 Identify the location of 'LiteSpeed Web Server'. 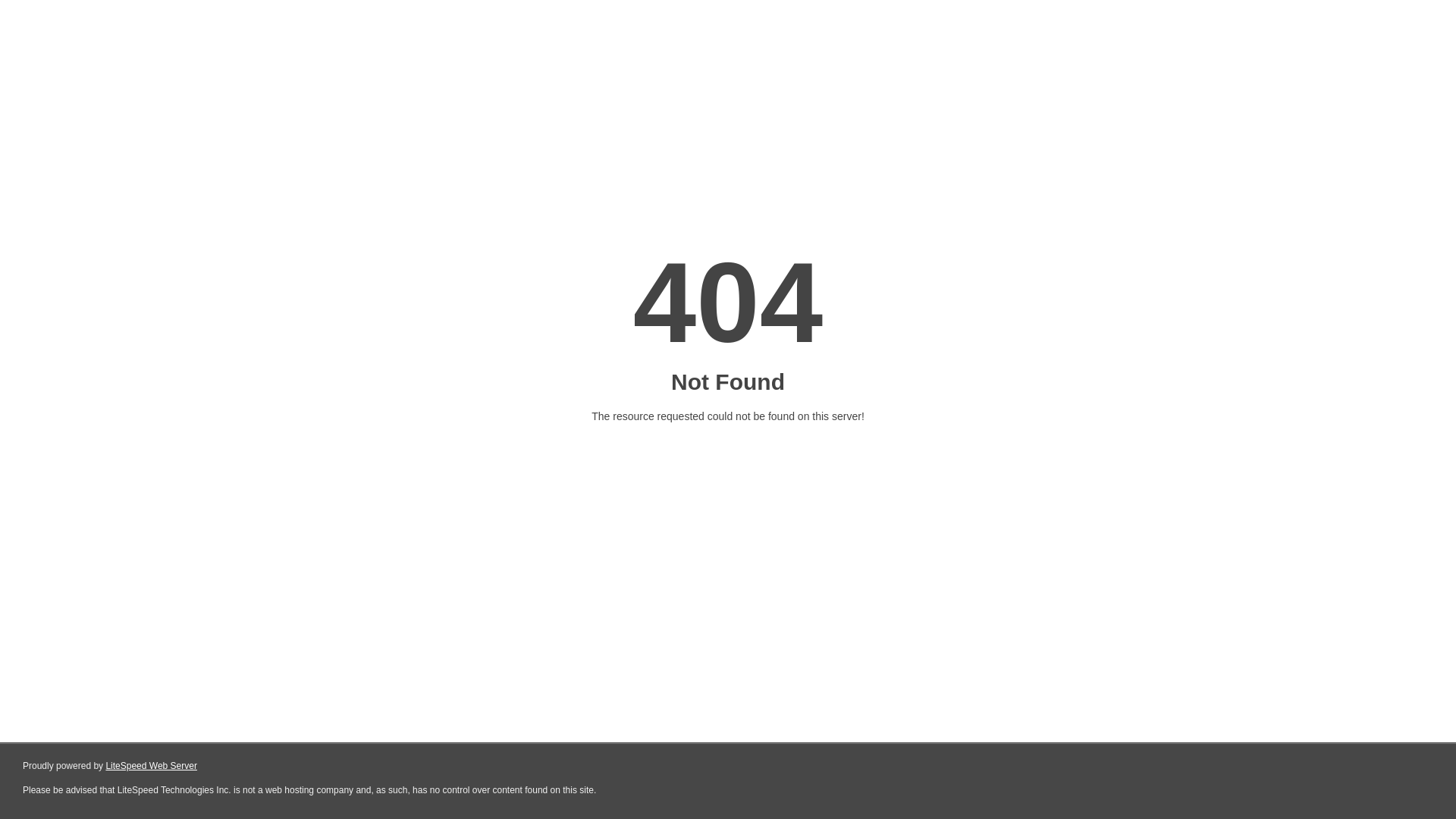
(151, 766).